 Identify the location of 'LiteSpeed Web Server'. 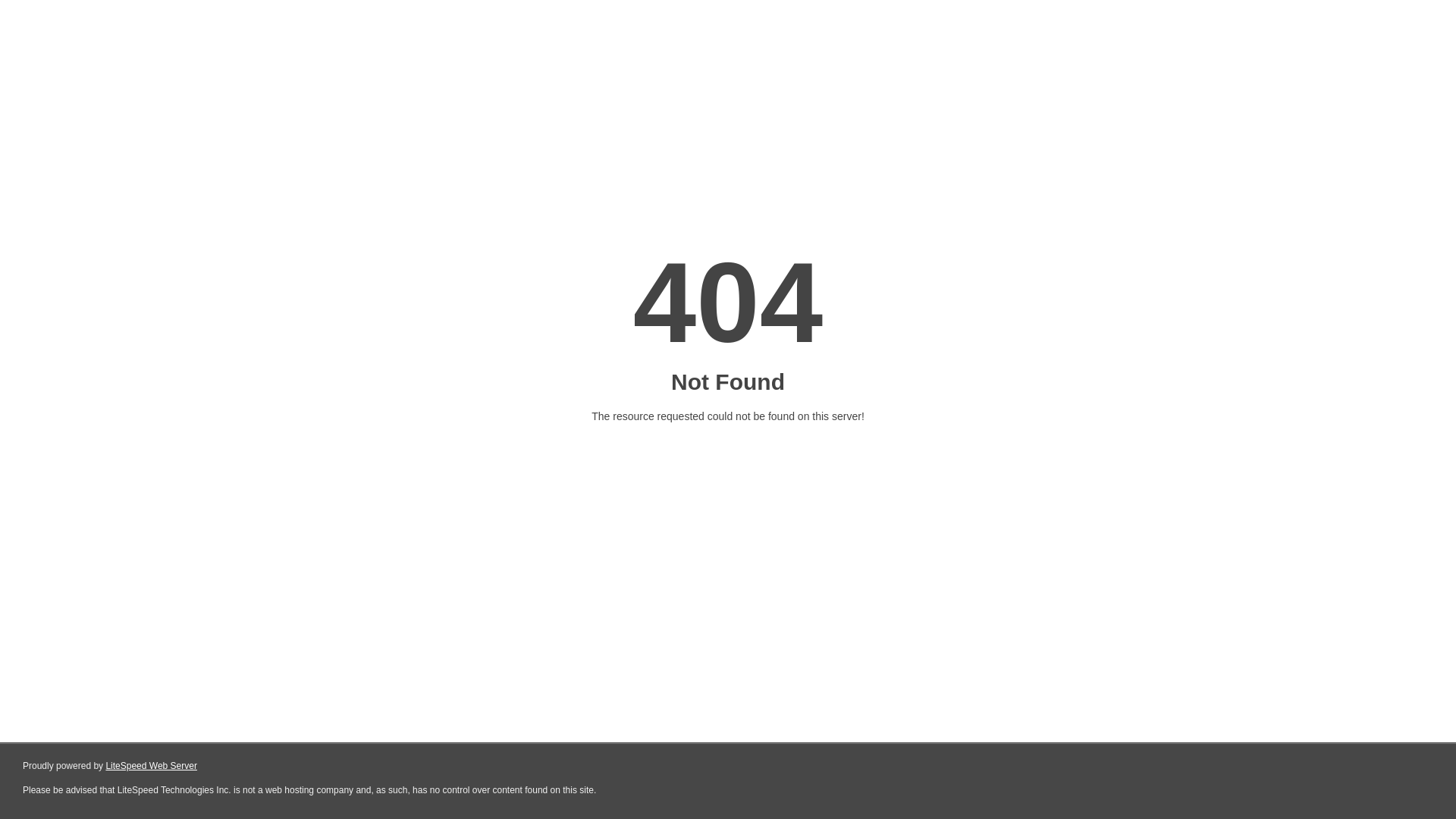
(151, 766).